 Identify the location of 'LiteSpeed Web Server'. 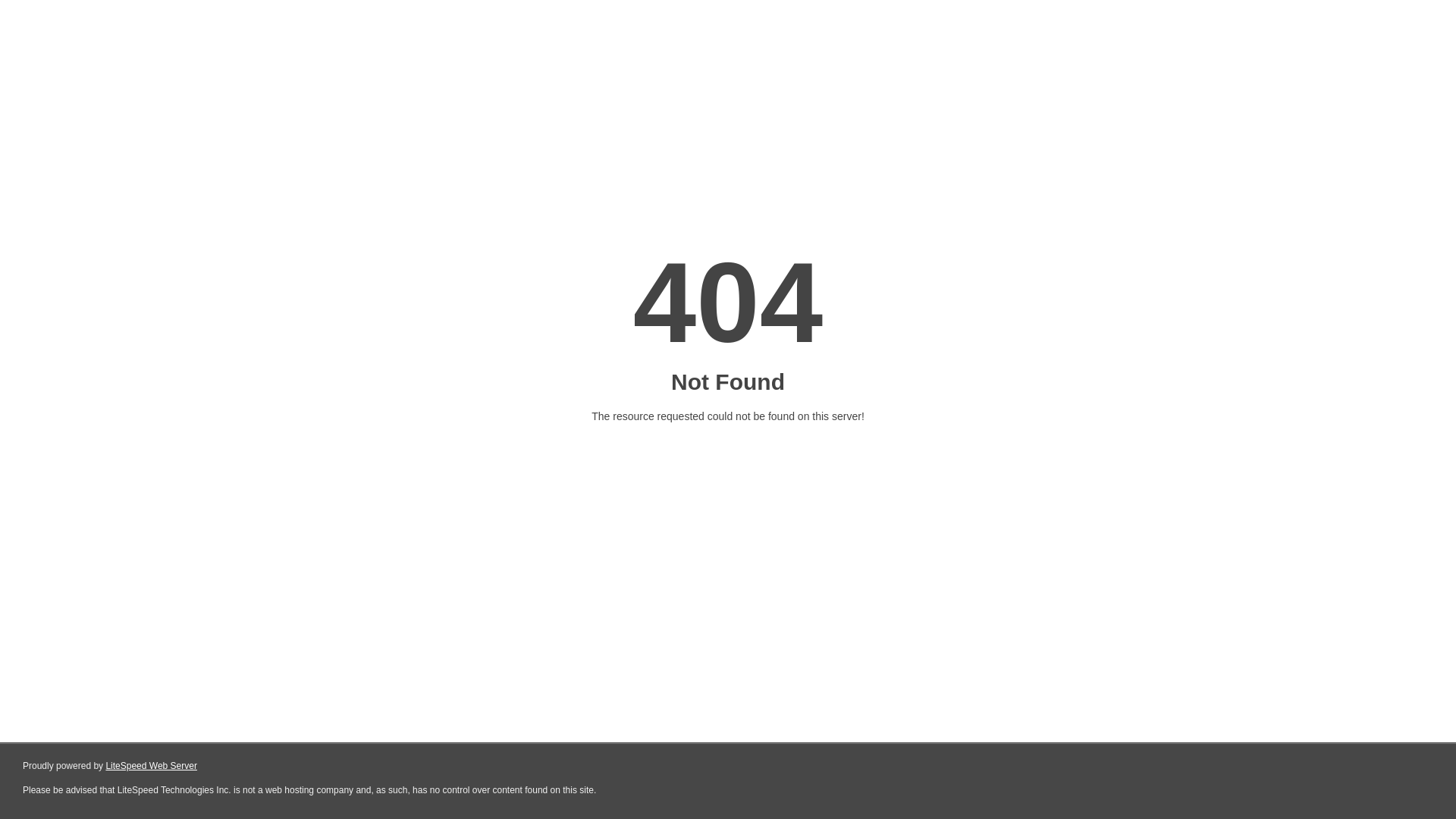
(151, 766).